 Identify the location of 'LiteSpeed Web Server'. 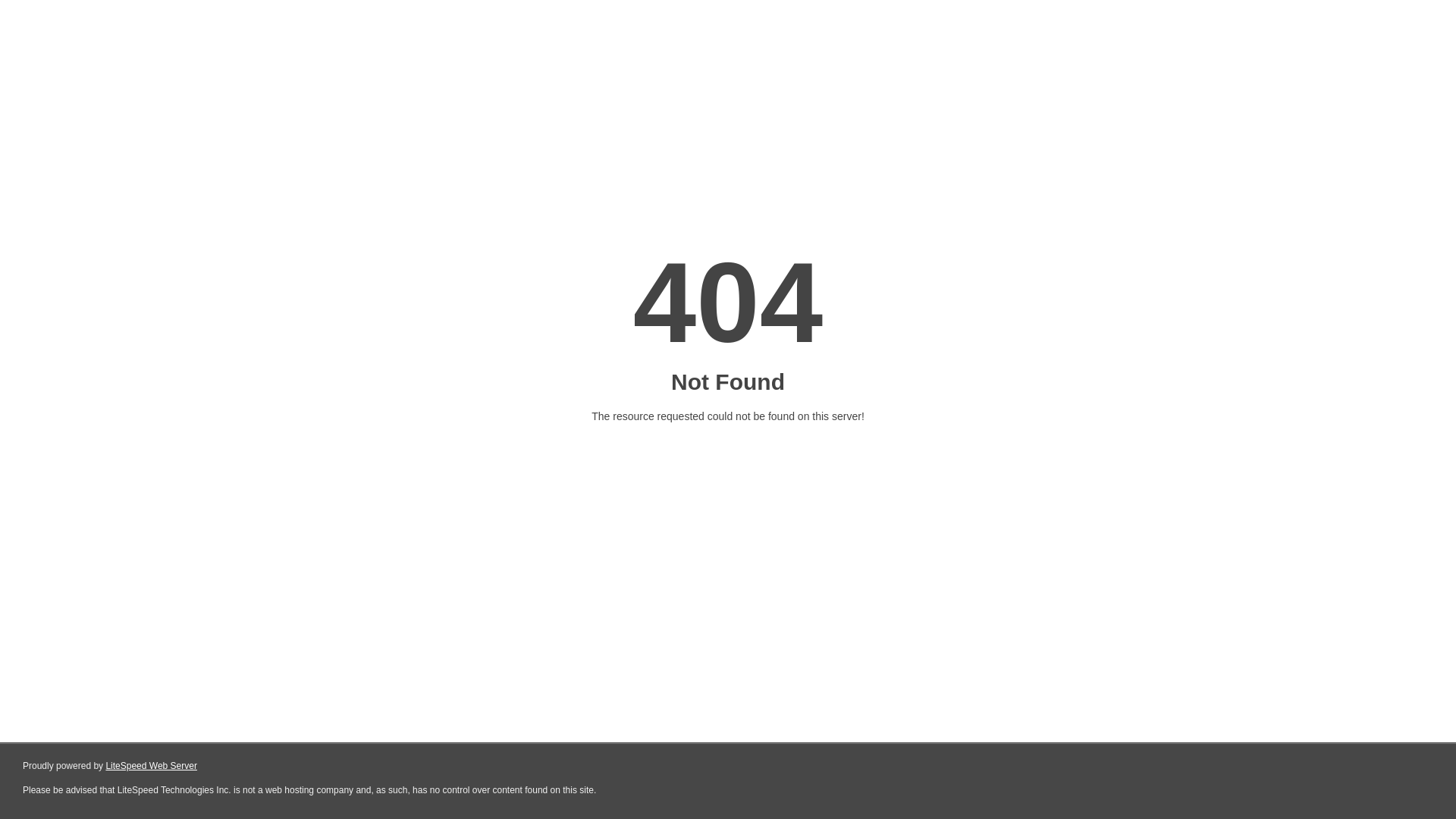
(151, 766).